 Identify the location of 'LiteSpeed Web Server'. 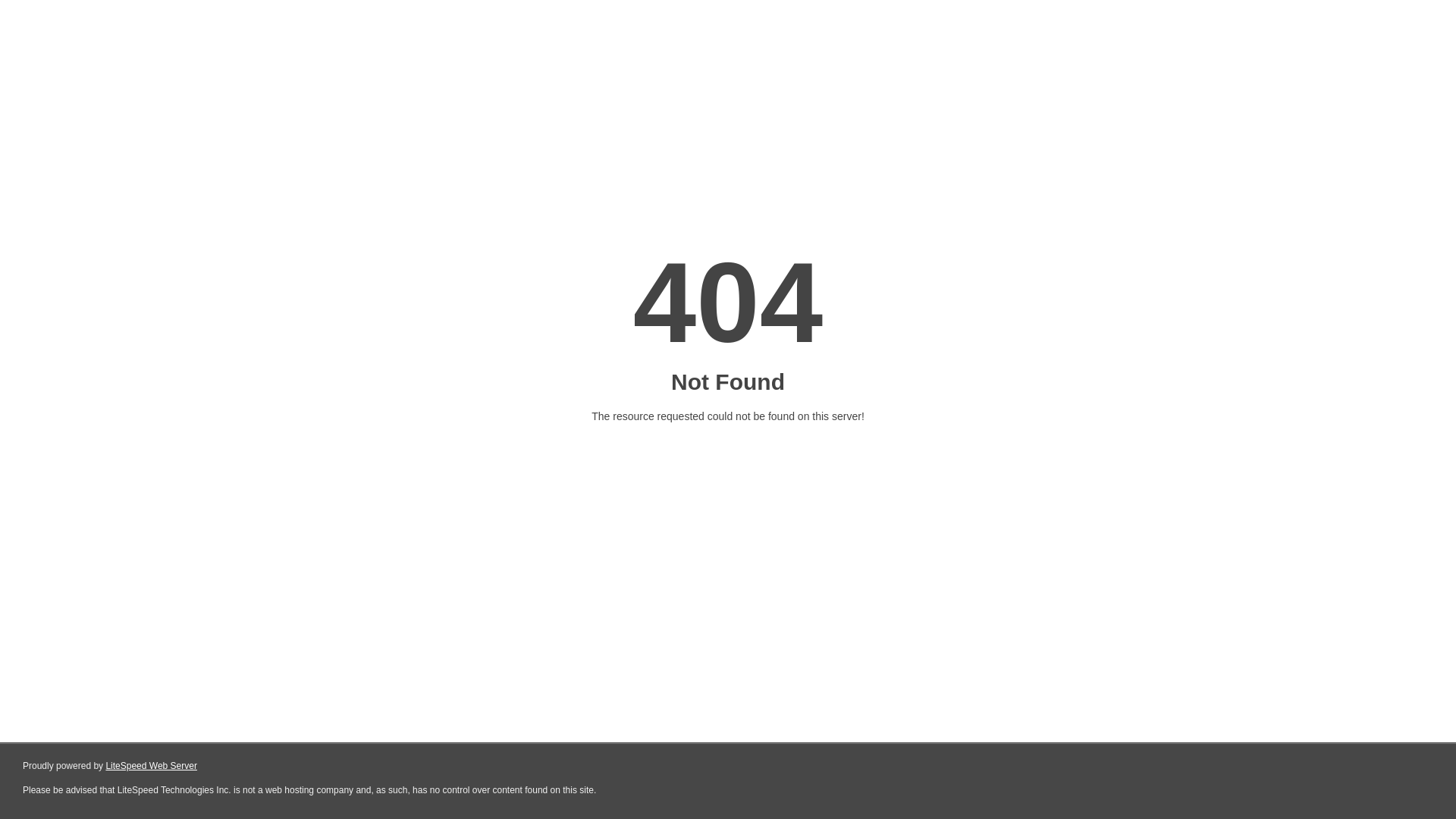
(151, 766).